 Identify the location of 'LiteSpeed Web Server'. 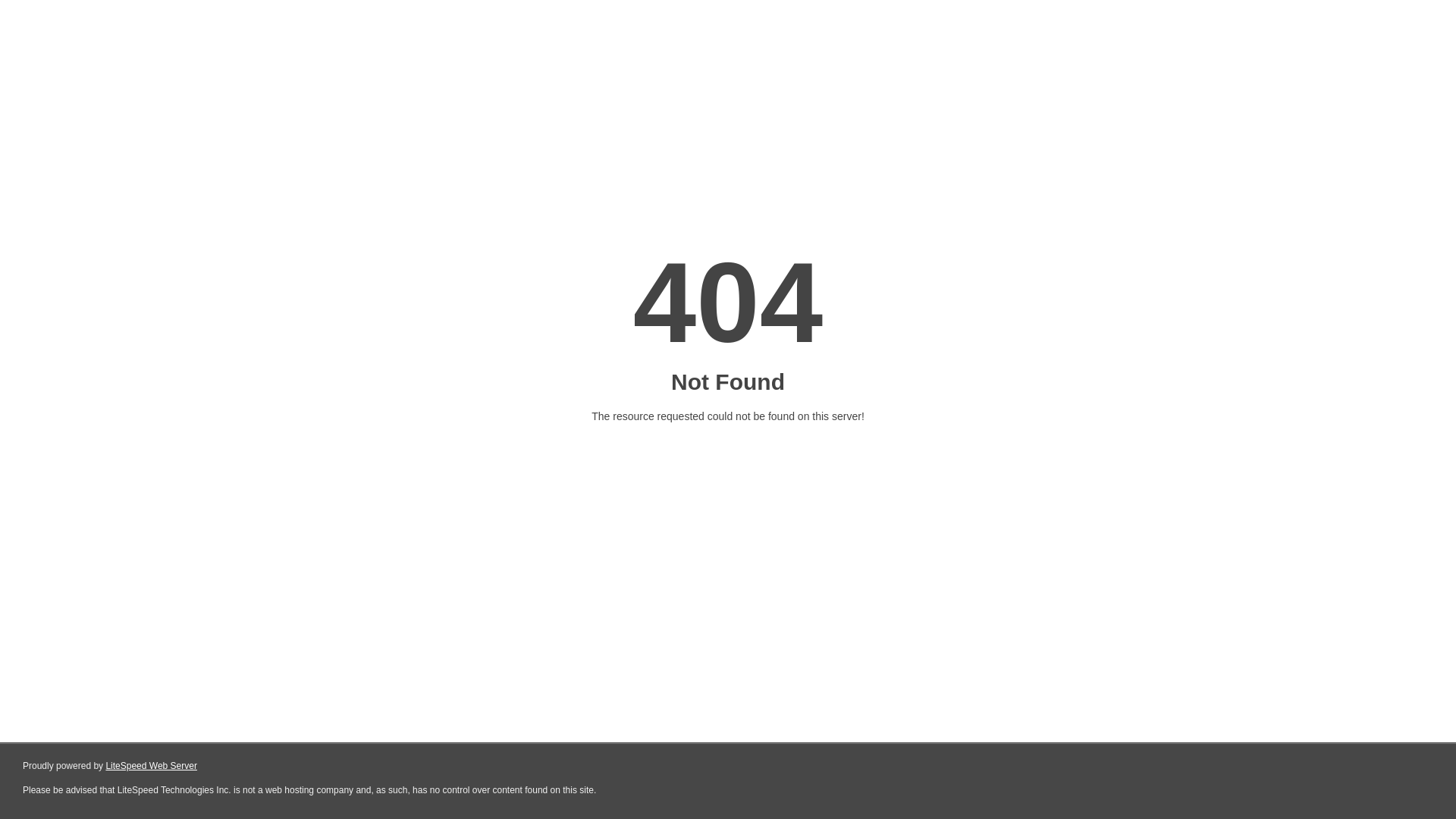
(151, 766).